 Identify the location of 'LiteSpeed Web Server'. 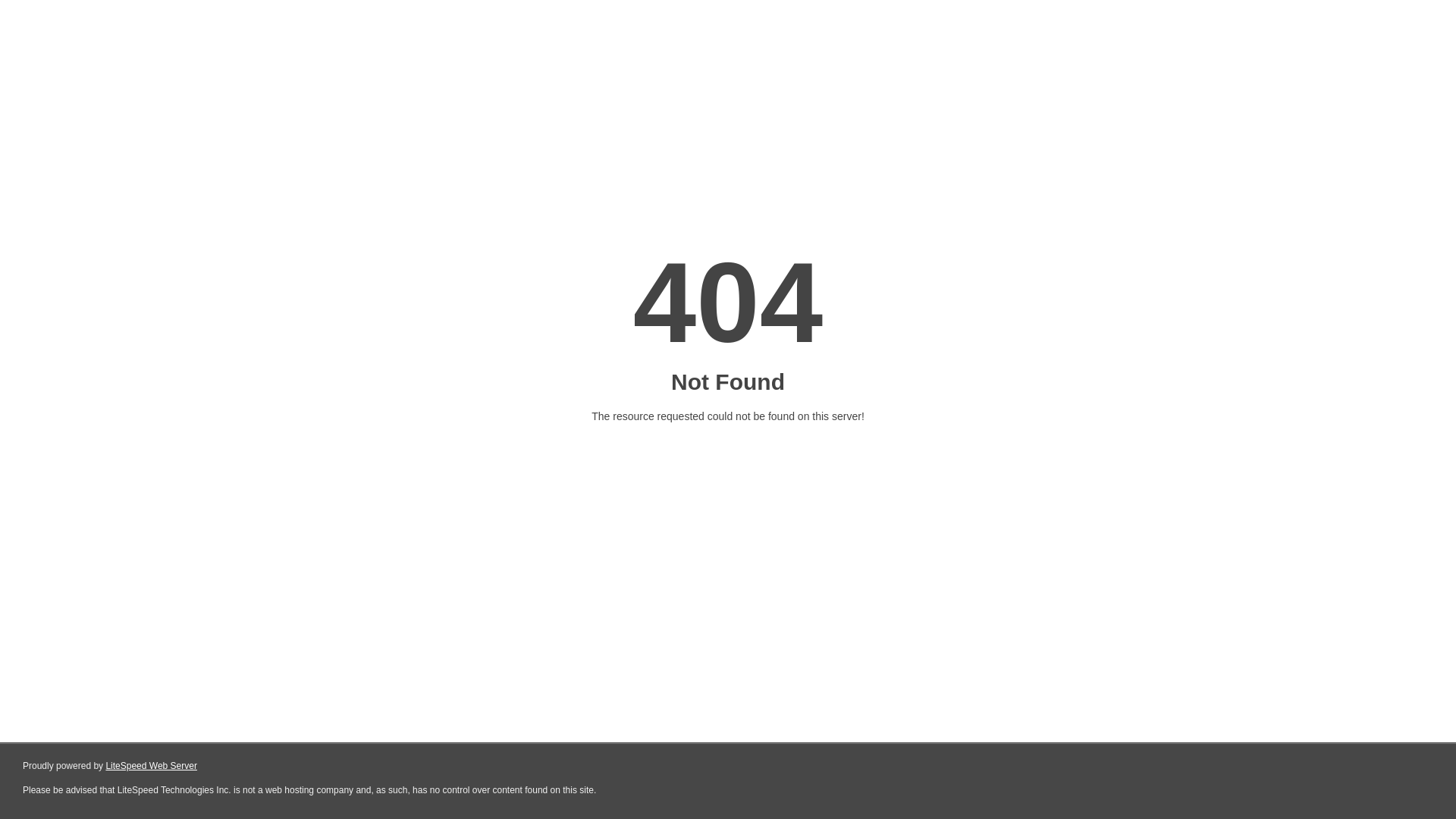
(151, 766).